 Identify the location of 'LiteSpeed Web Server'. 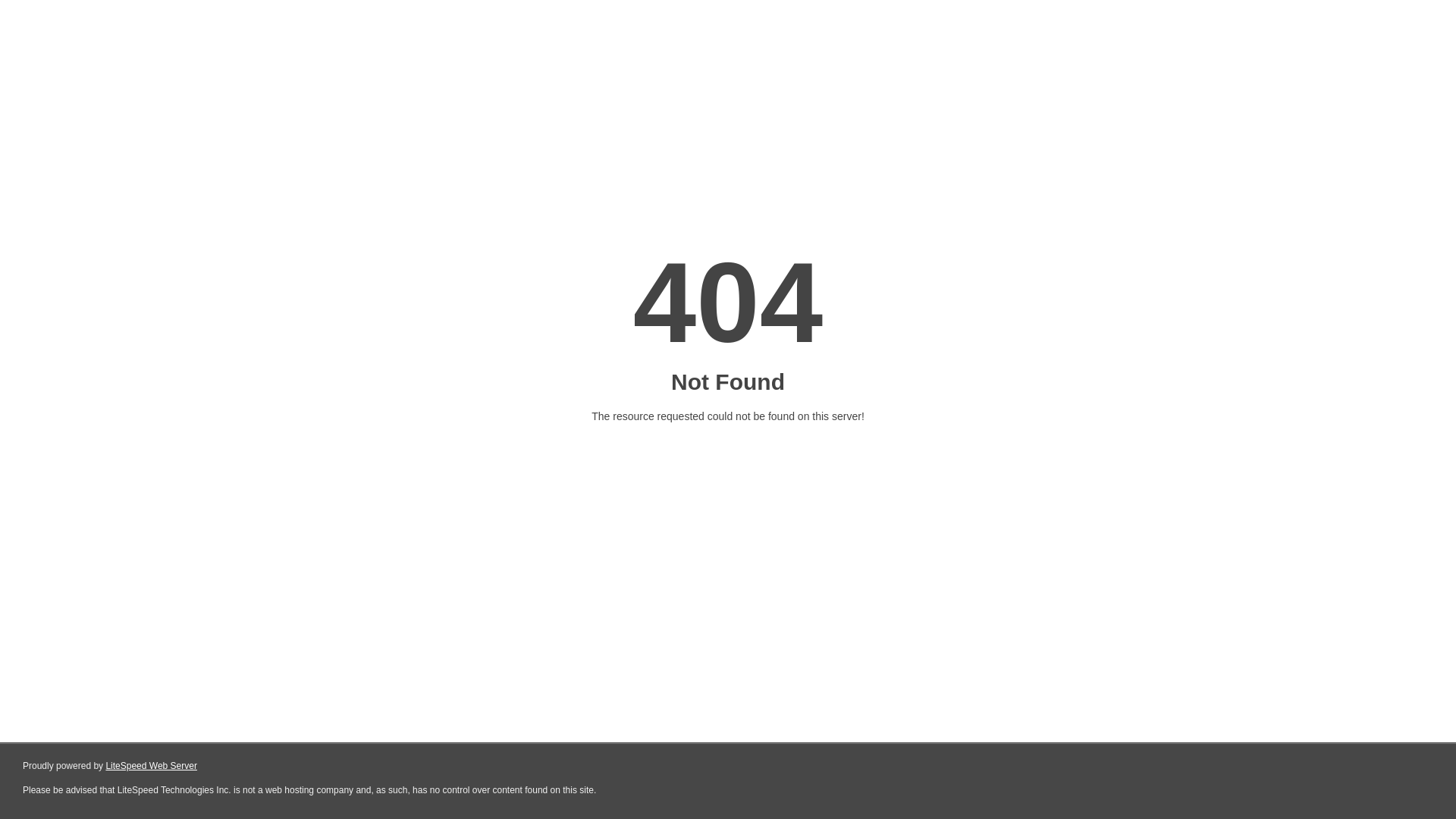
(151, 766).